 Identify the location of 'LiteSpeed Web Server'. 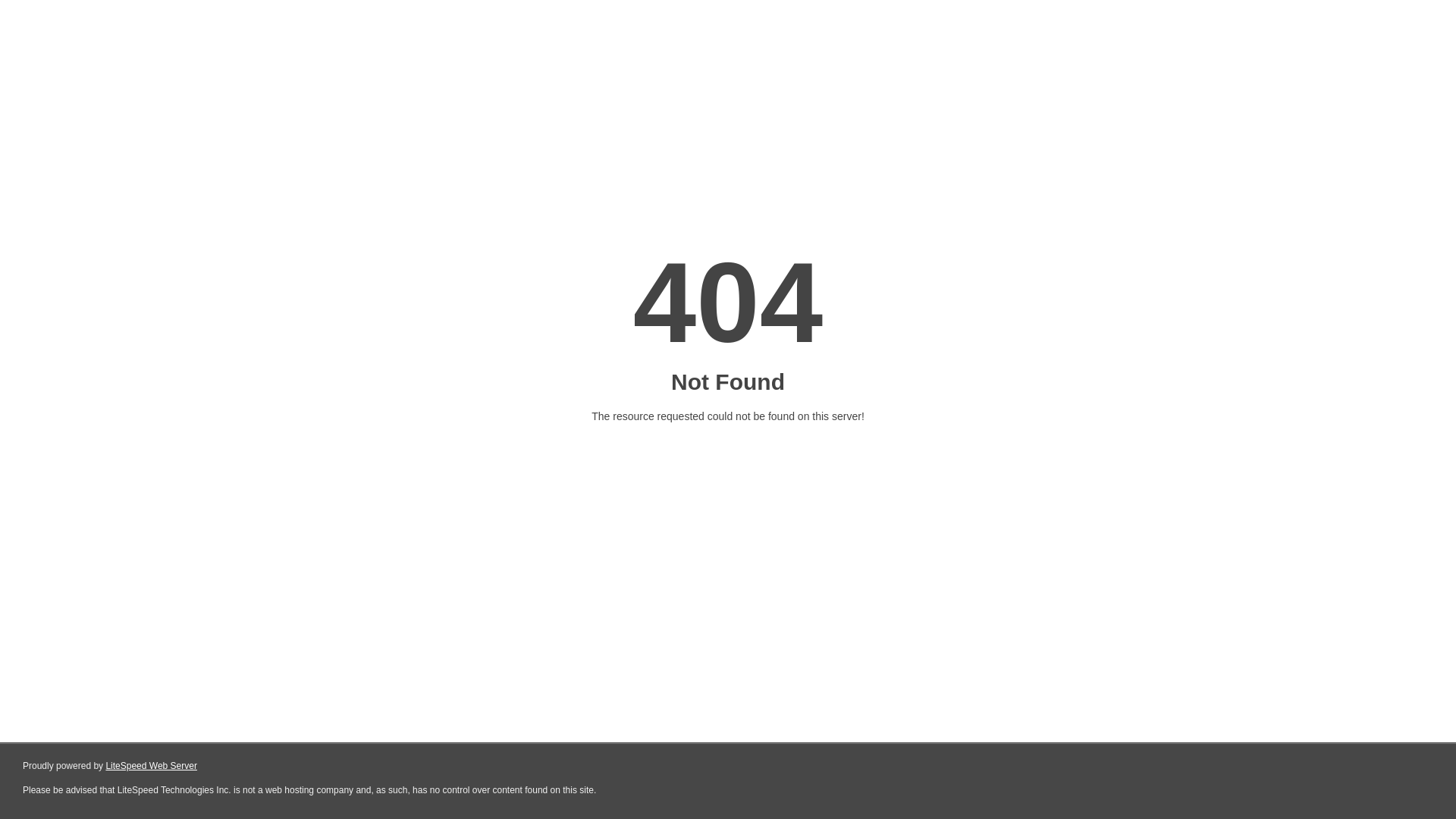
(151, 766).